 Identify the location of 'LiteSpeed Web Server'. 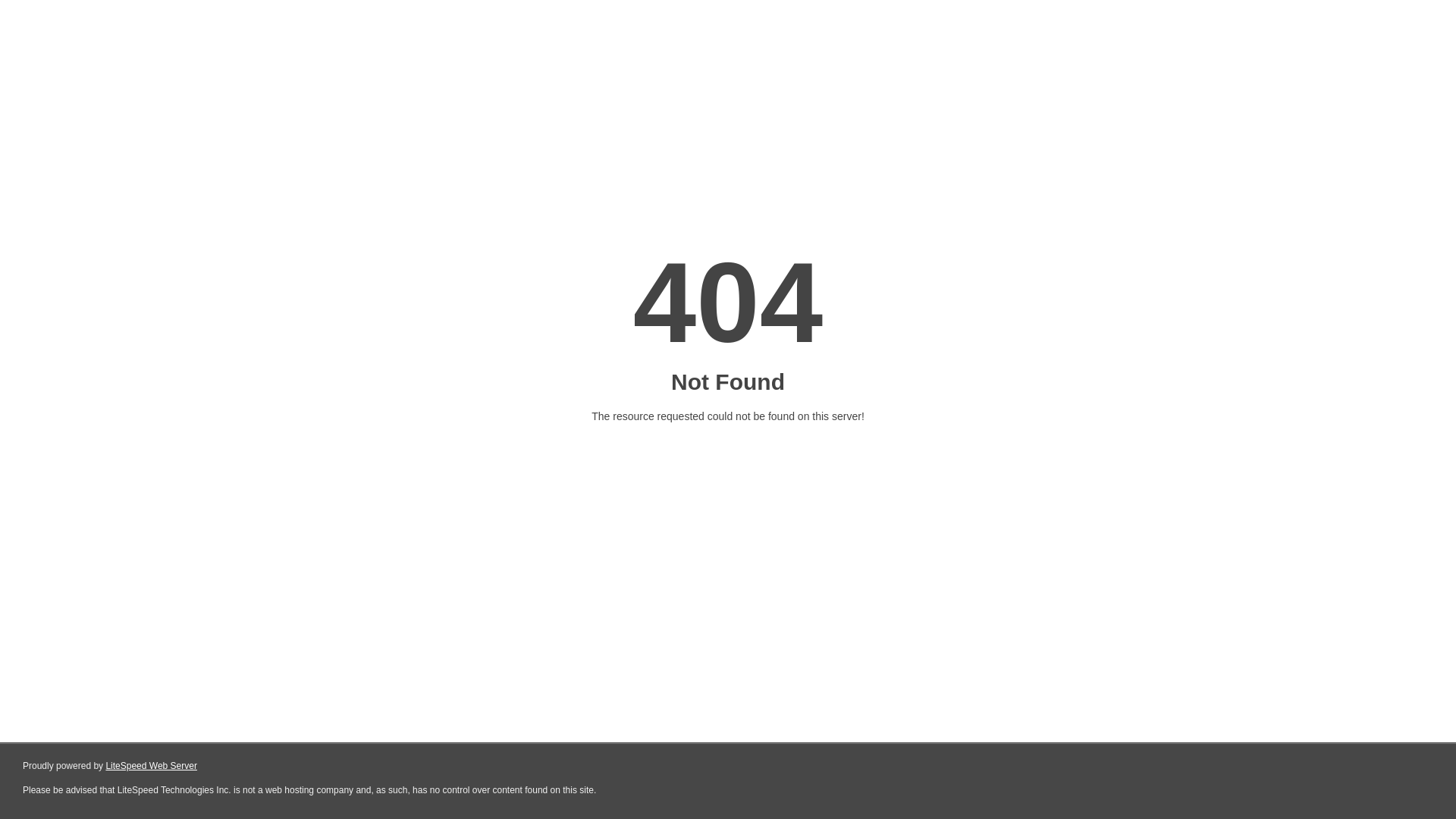
(151, 766).